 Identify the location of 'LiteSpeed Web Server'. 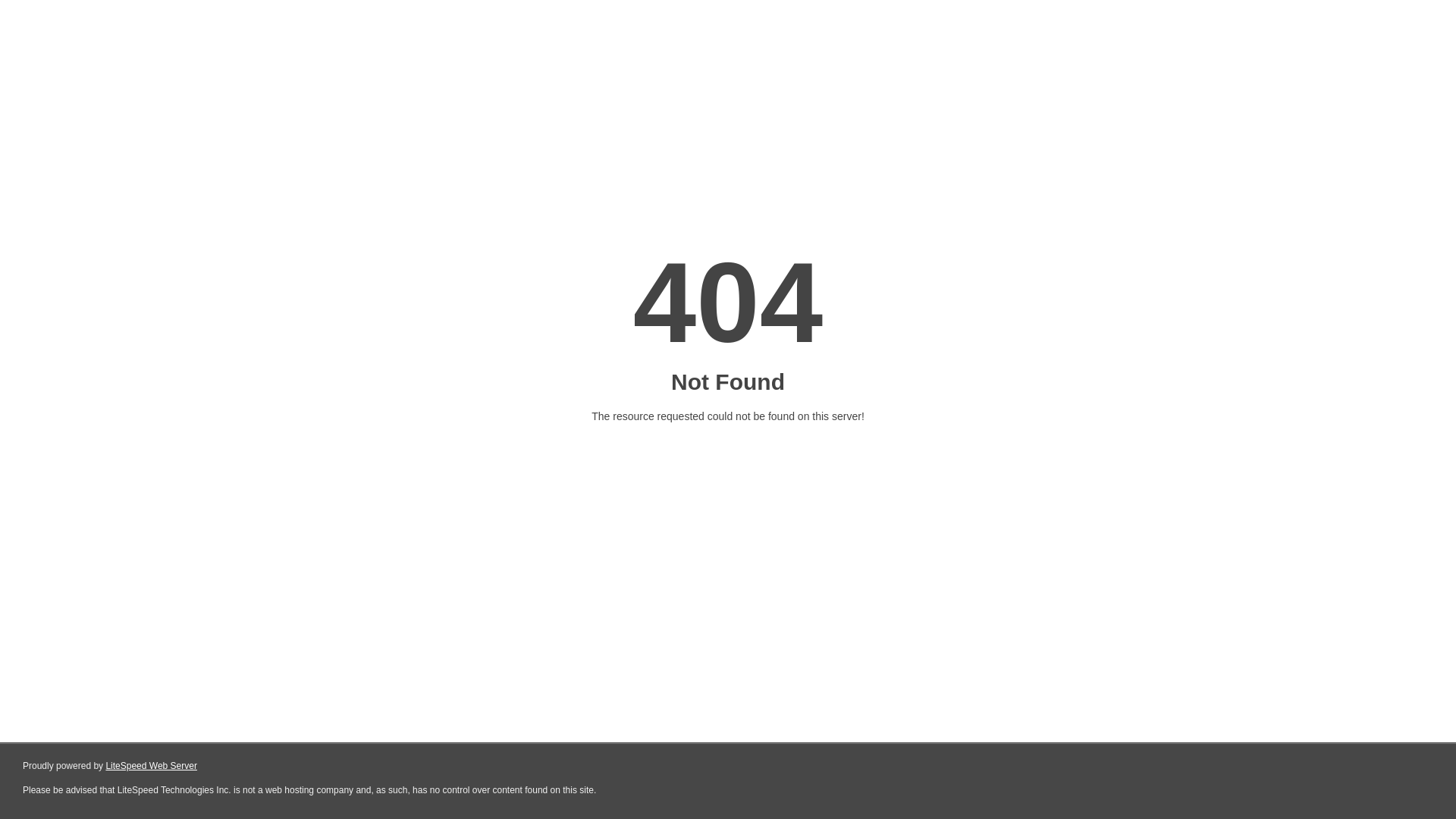
(151, 766).